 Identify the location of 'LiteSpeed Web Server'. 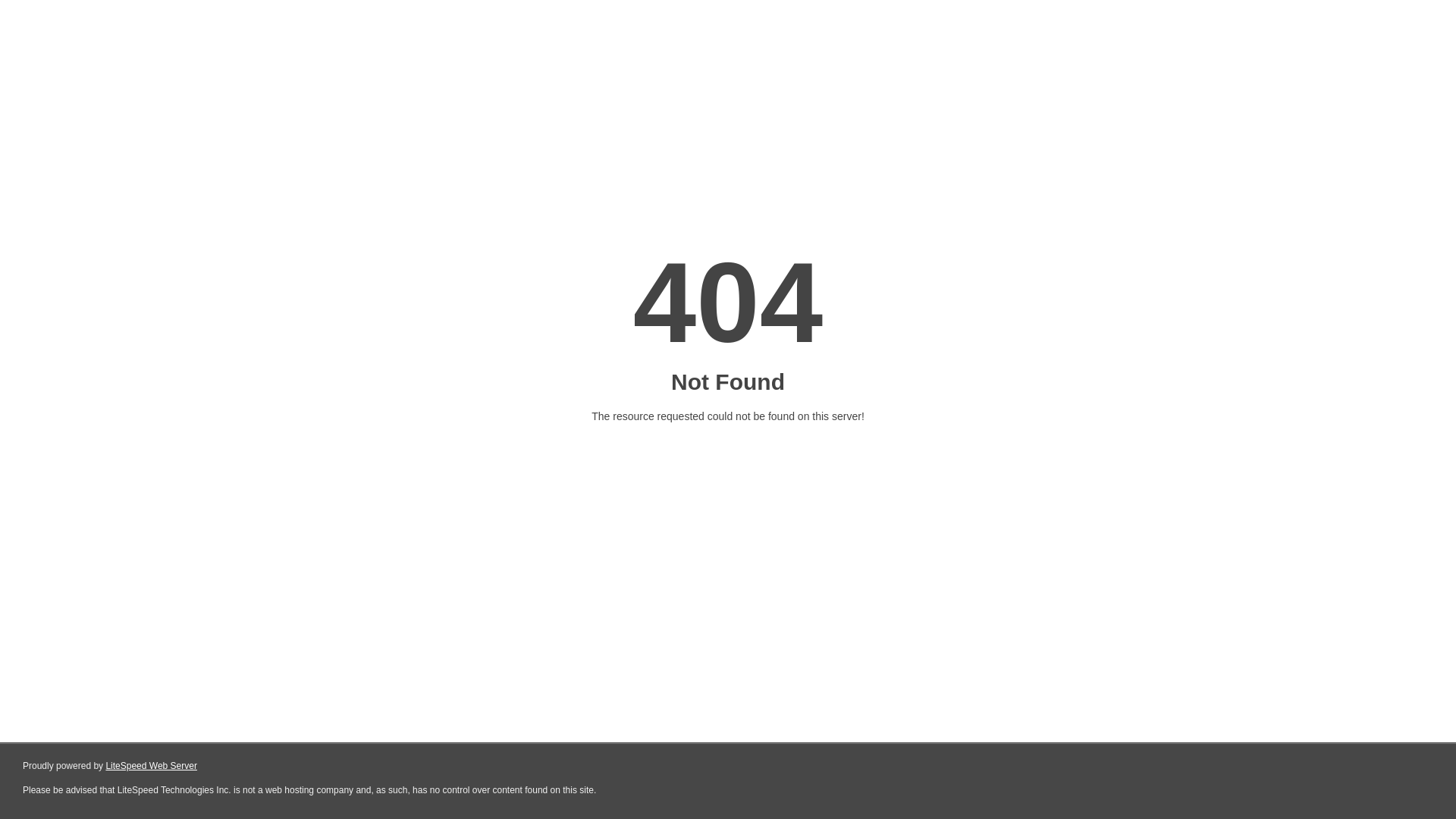
(151, 766).